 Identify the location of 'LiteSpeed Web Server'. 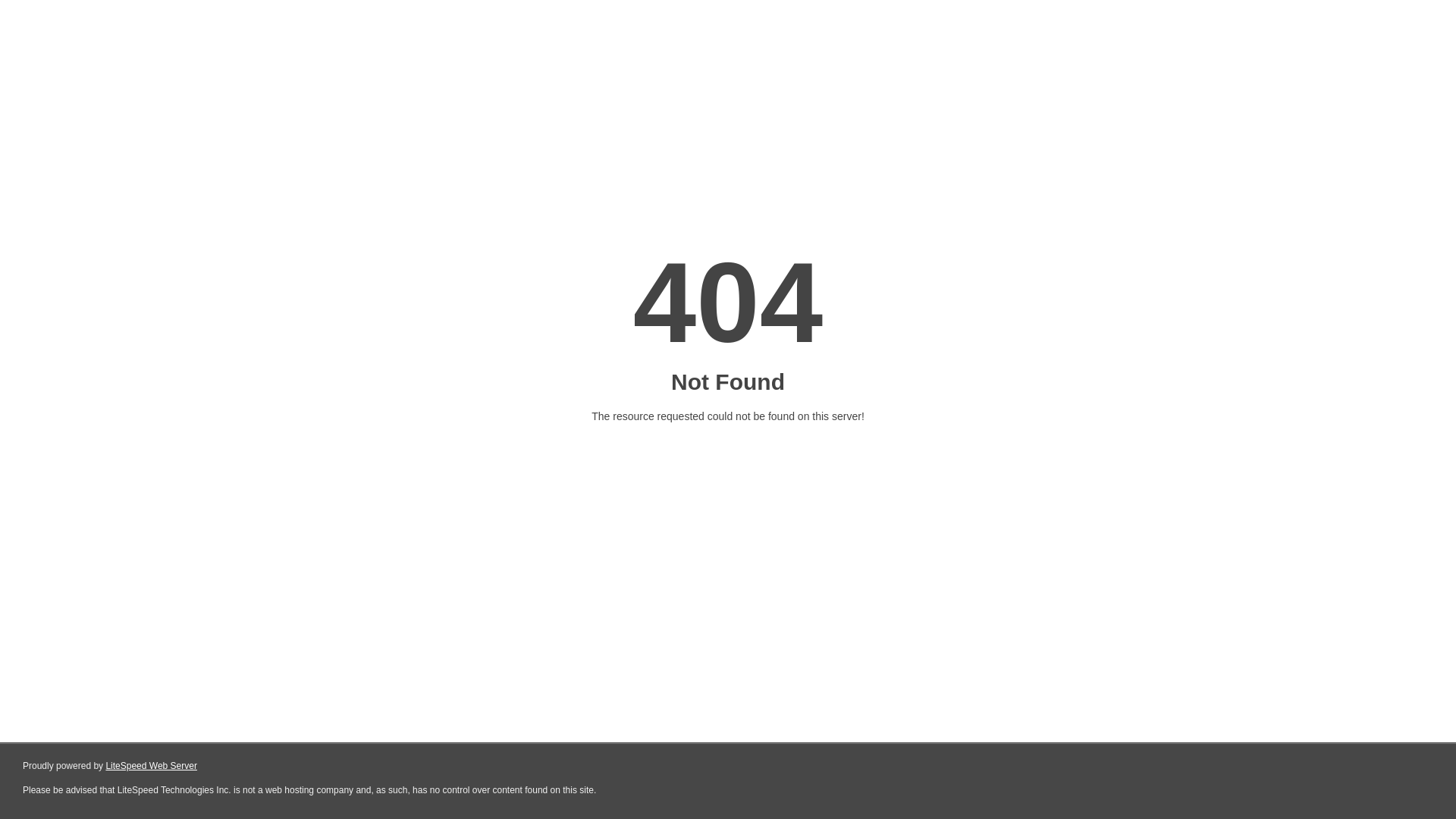
(151, 766).